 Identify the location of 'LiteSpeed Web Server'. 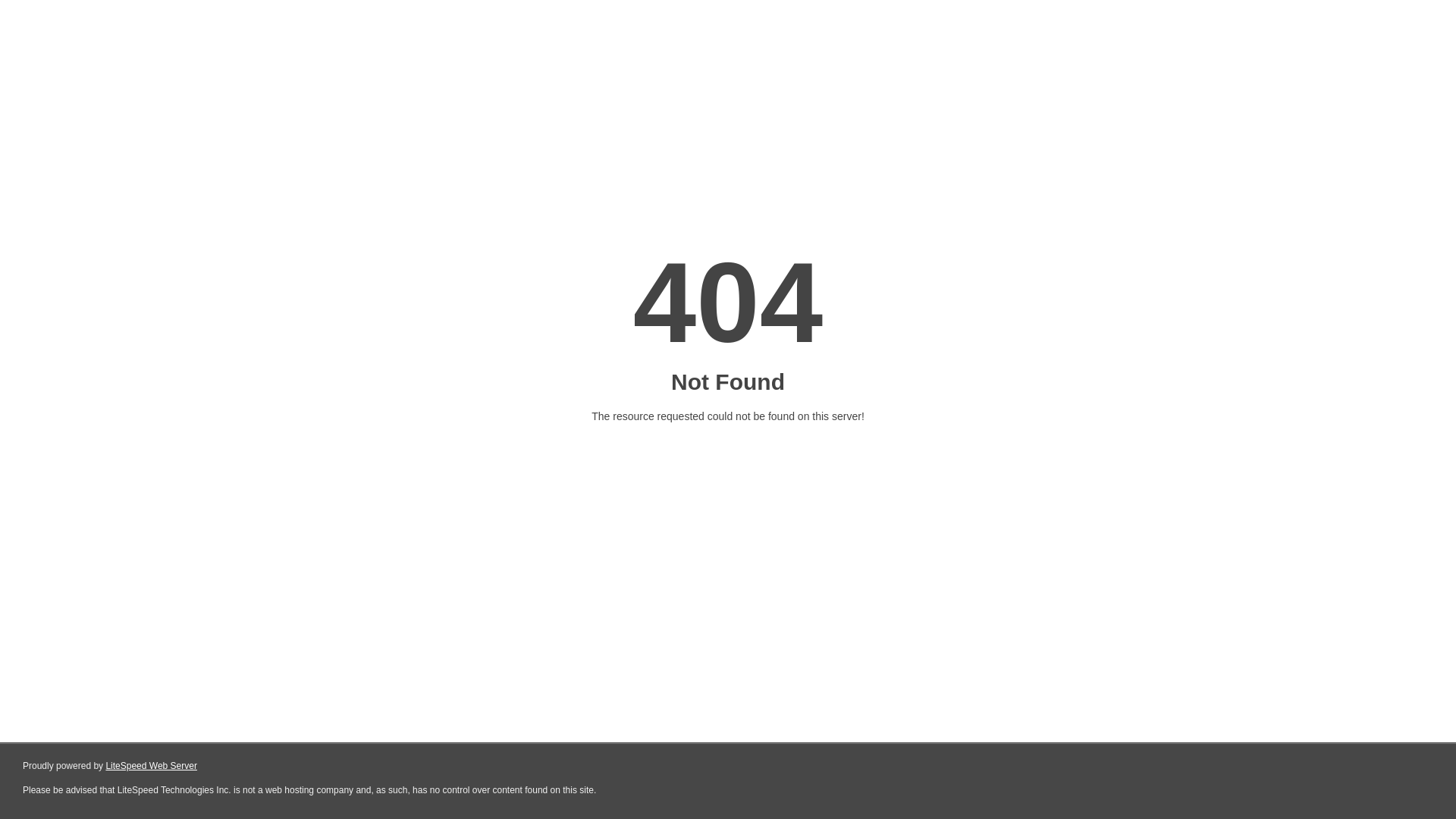
(151, 766).